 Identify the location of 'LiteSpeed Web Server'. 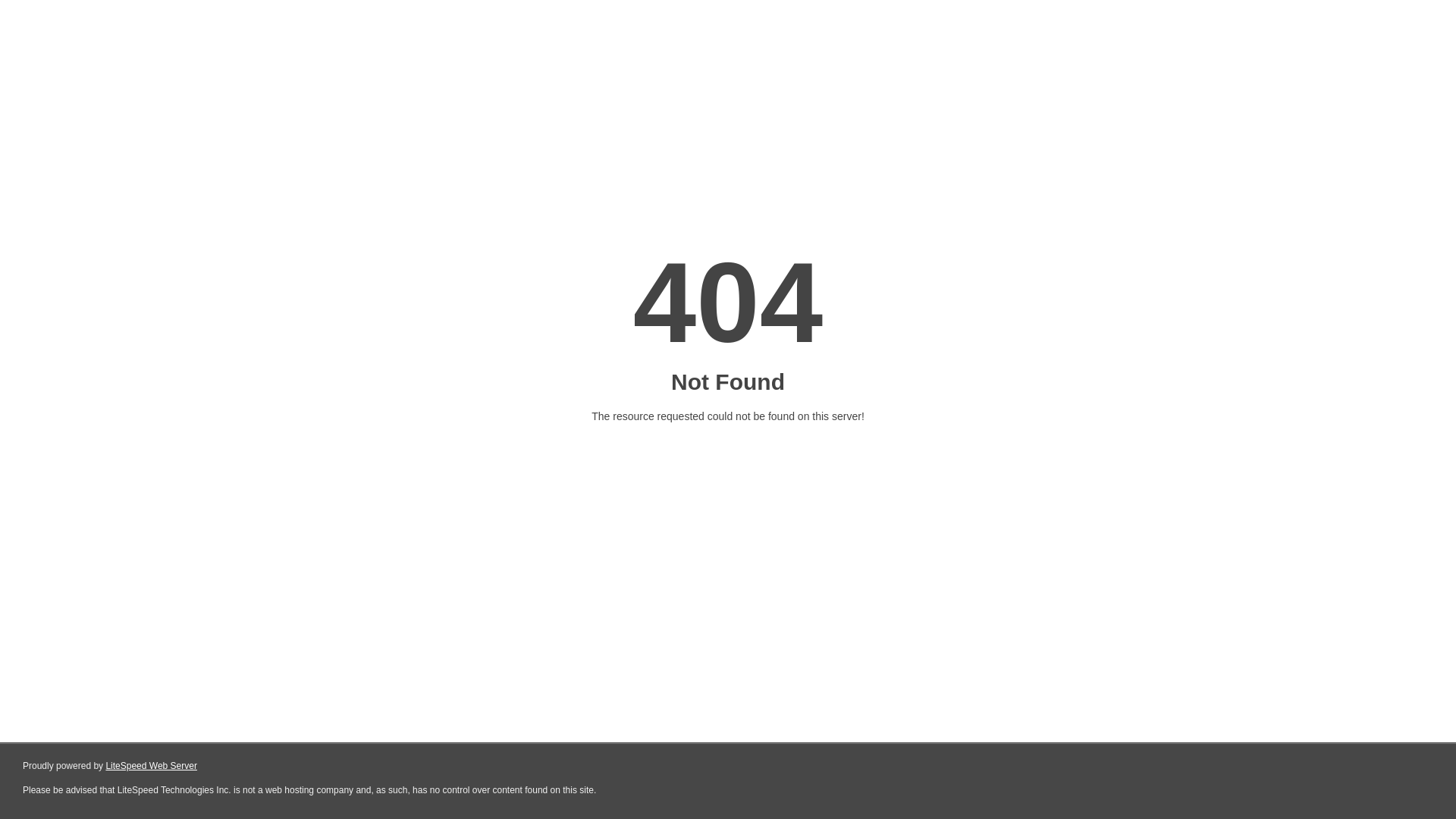
(151, 766).